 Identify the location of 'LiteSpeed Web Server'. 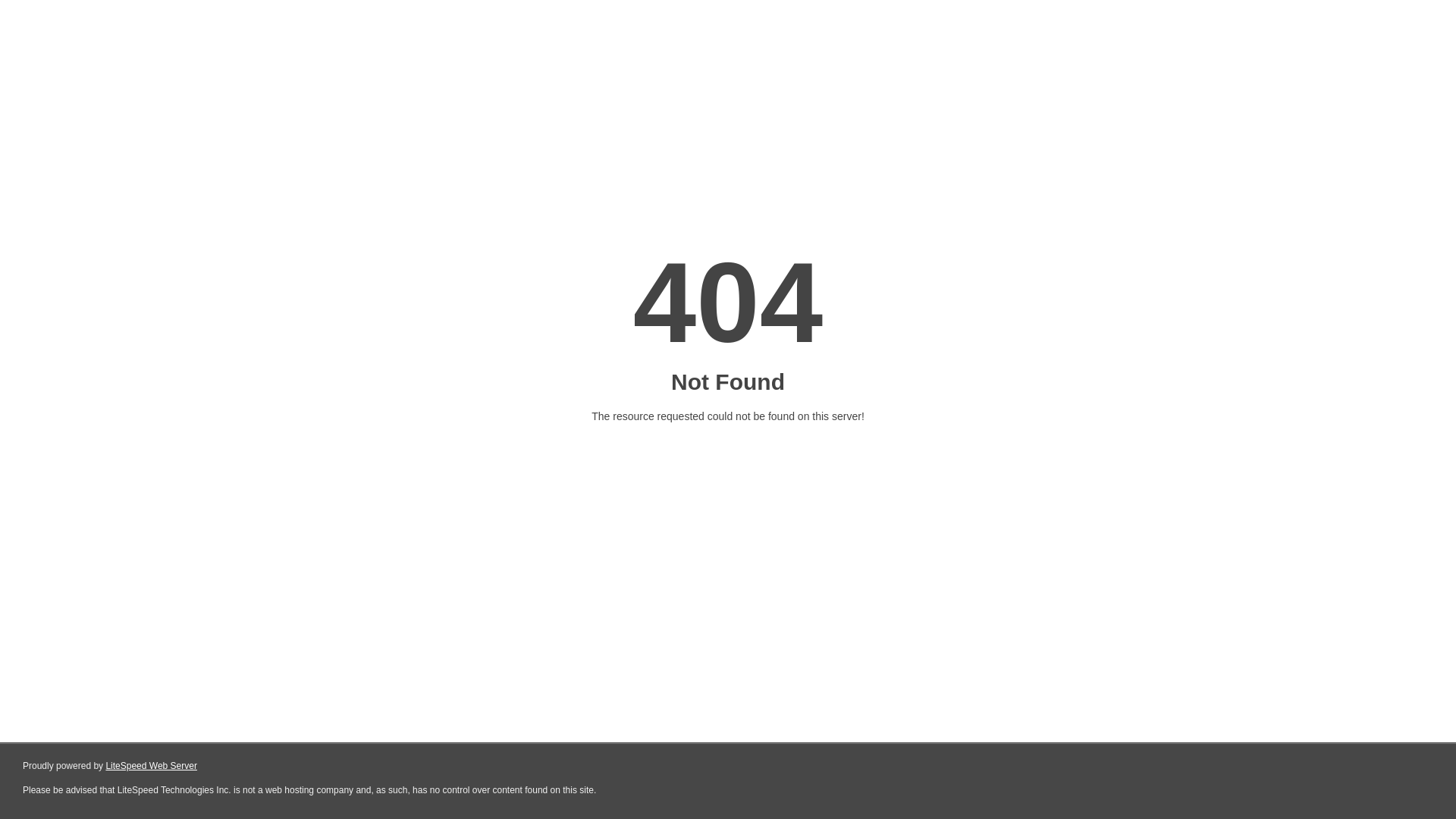
(151, 766).